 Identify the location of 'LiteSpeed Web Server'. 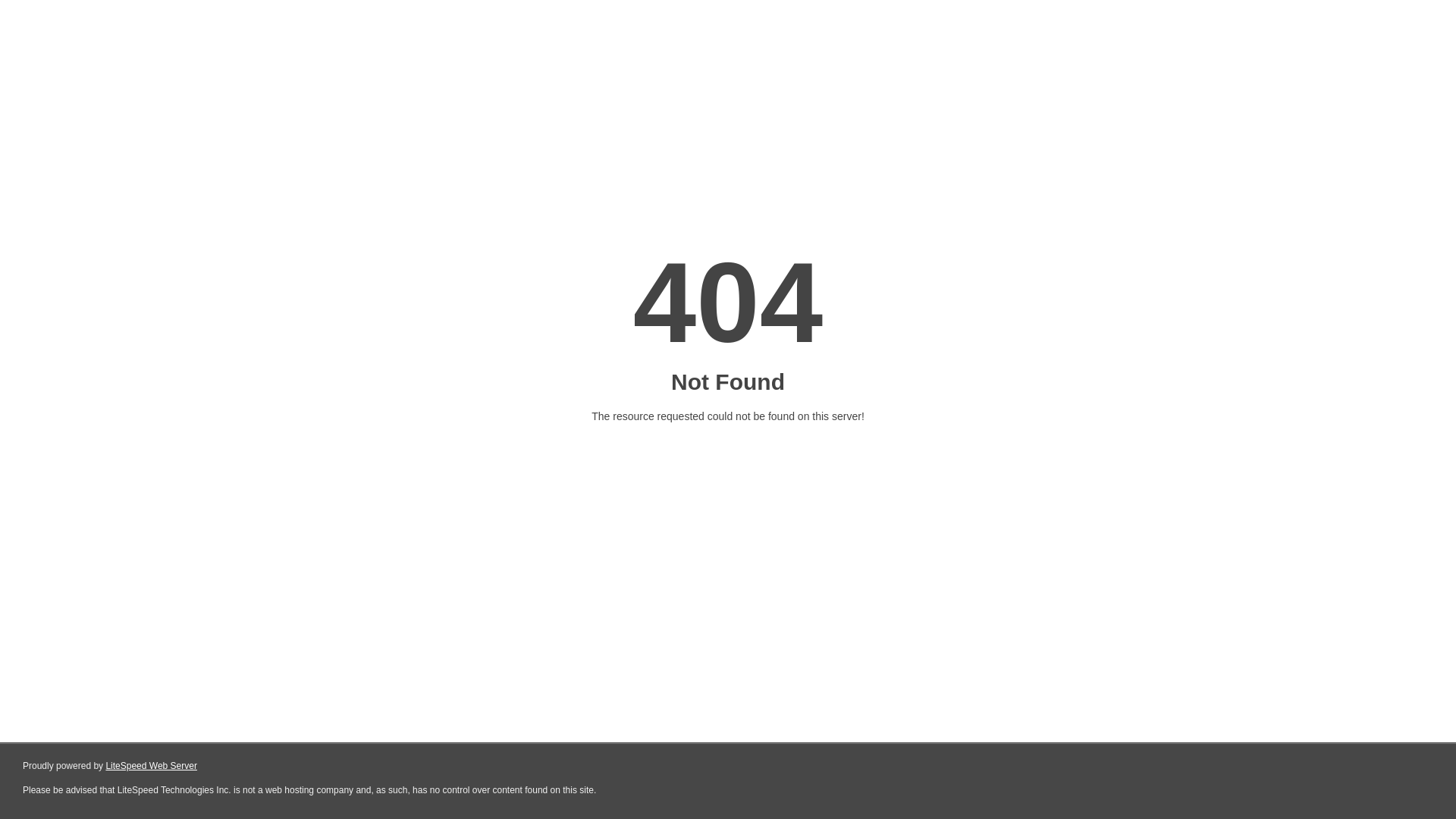
(151, 766).